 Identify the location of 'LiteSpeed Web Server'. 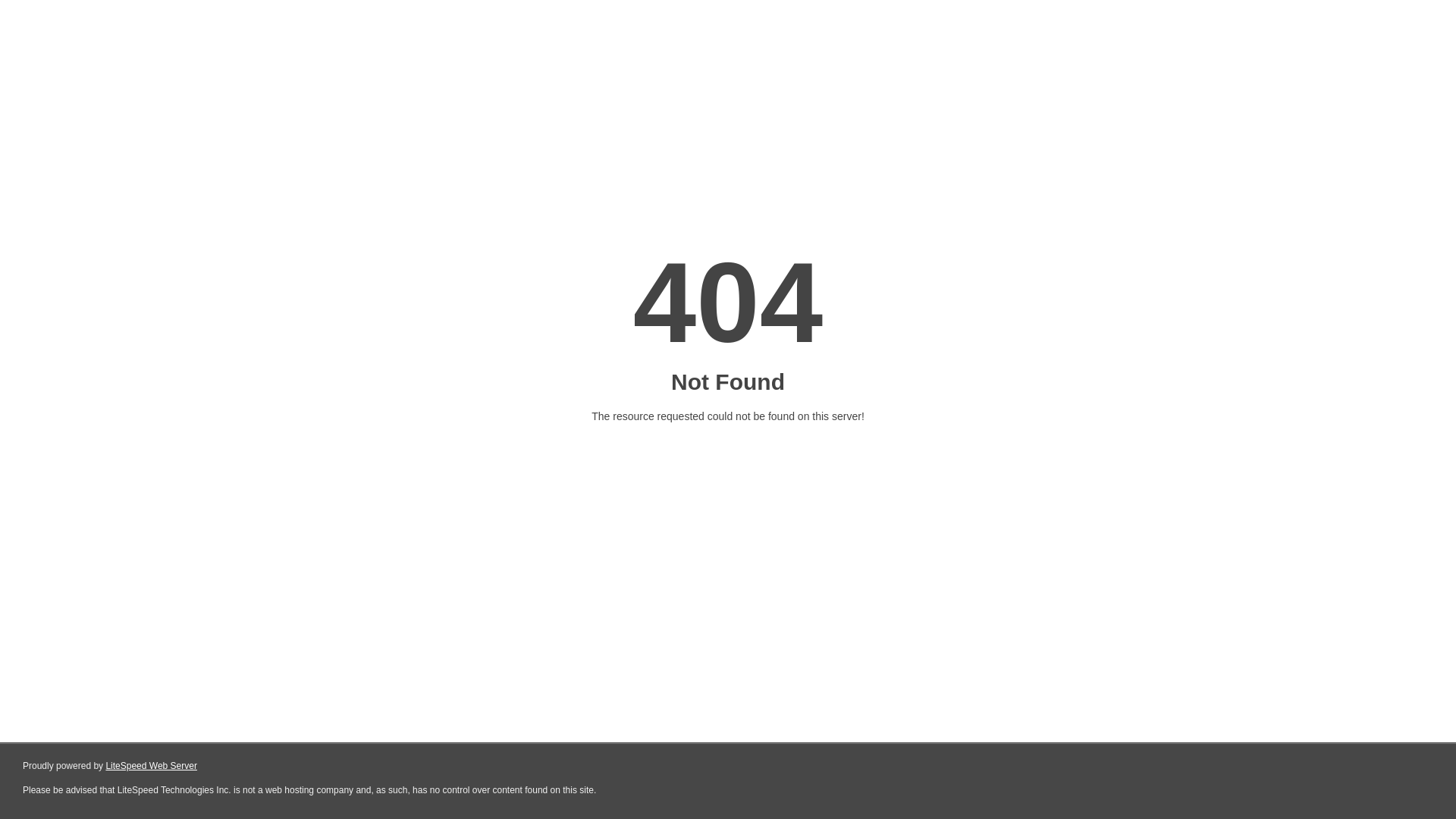
(151, 766).